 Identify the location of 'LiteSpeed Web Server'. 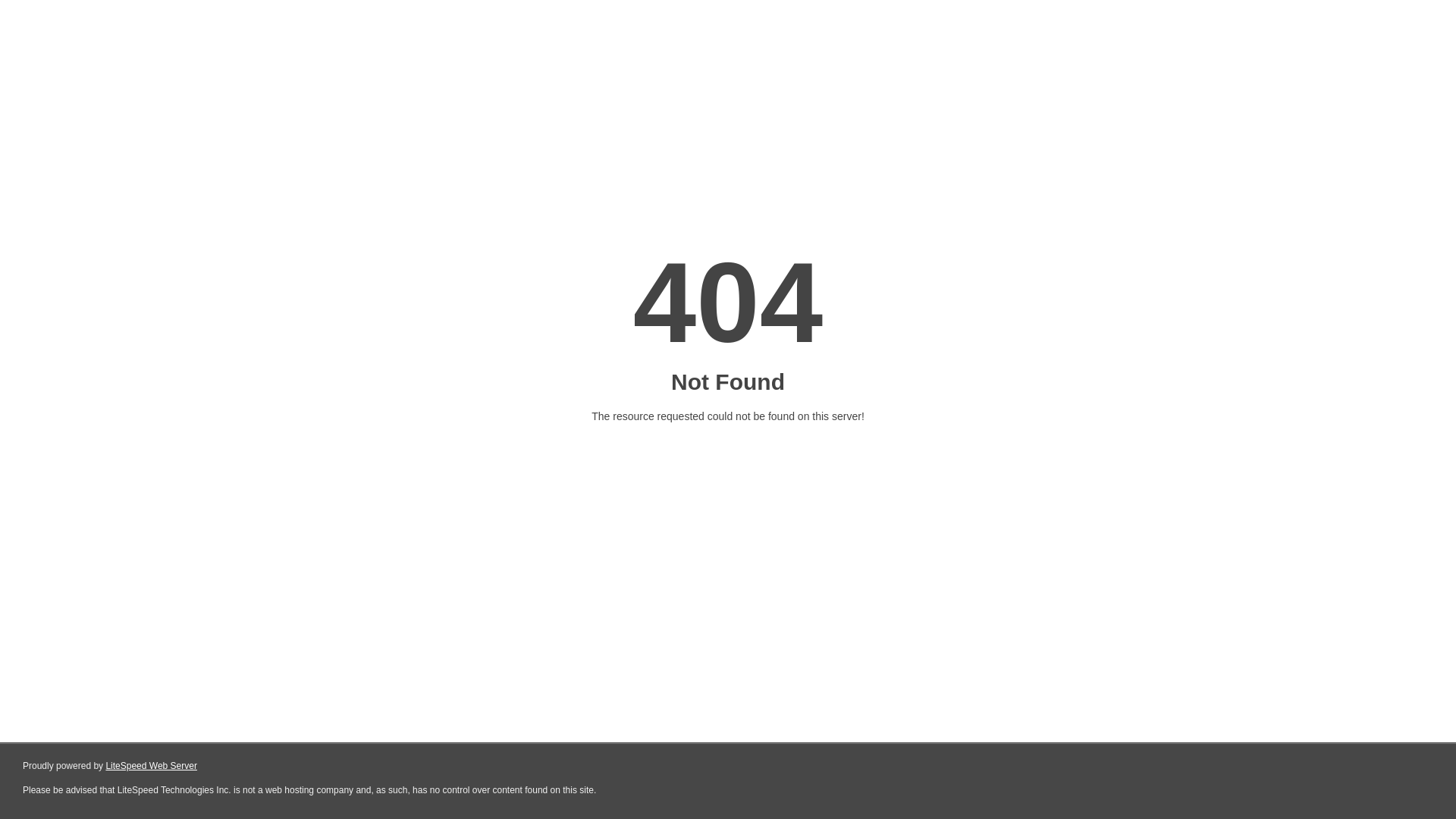
(151, 766).